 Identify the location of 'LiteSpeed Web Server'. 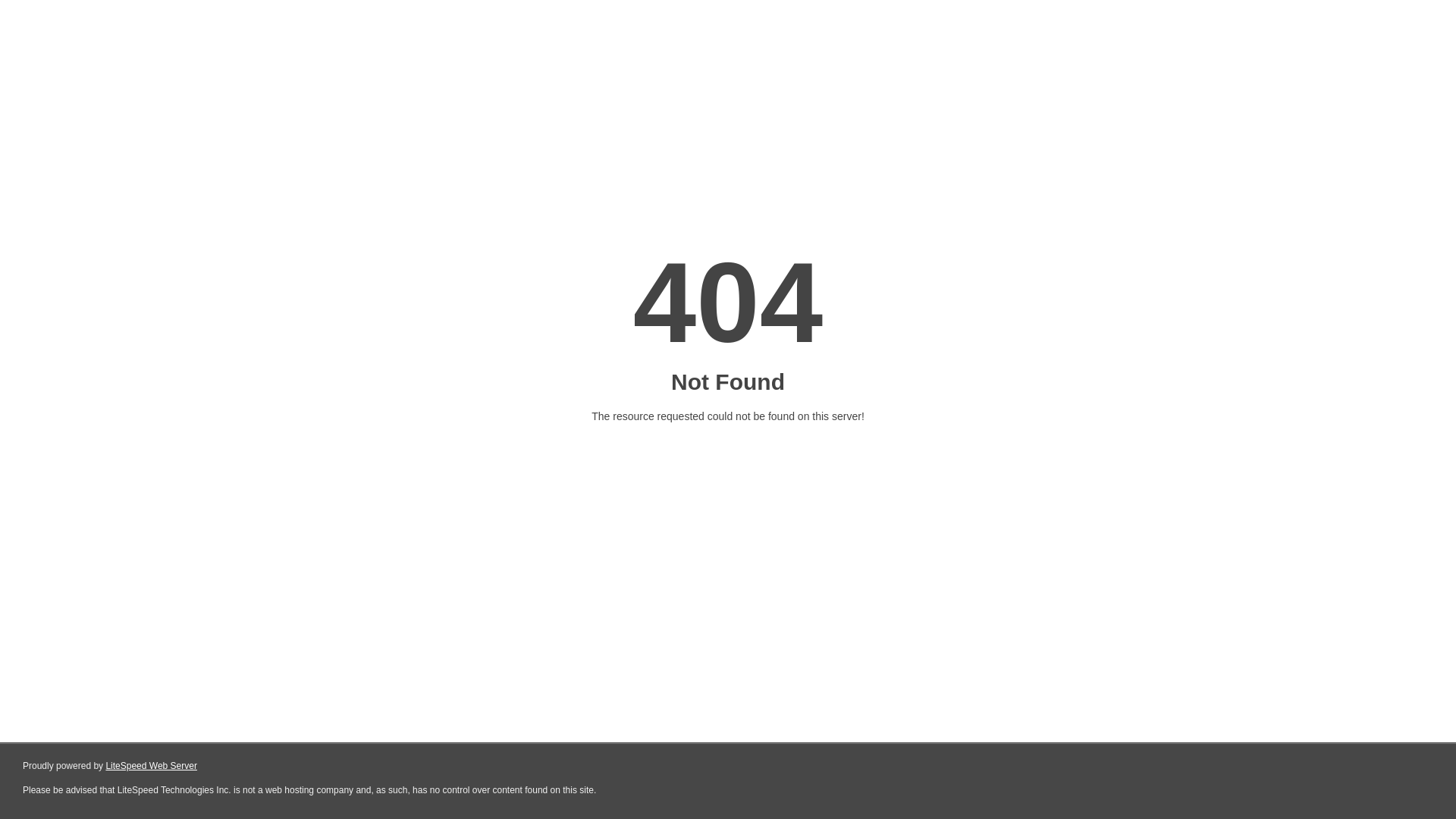
(151, 766).